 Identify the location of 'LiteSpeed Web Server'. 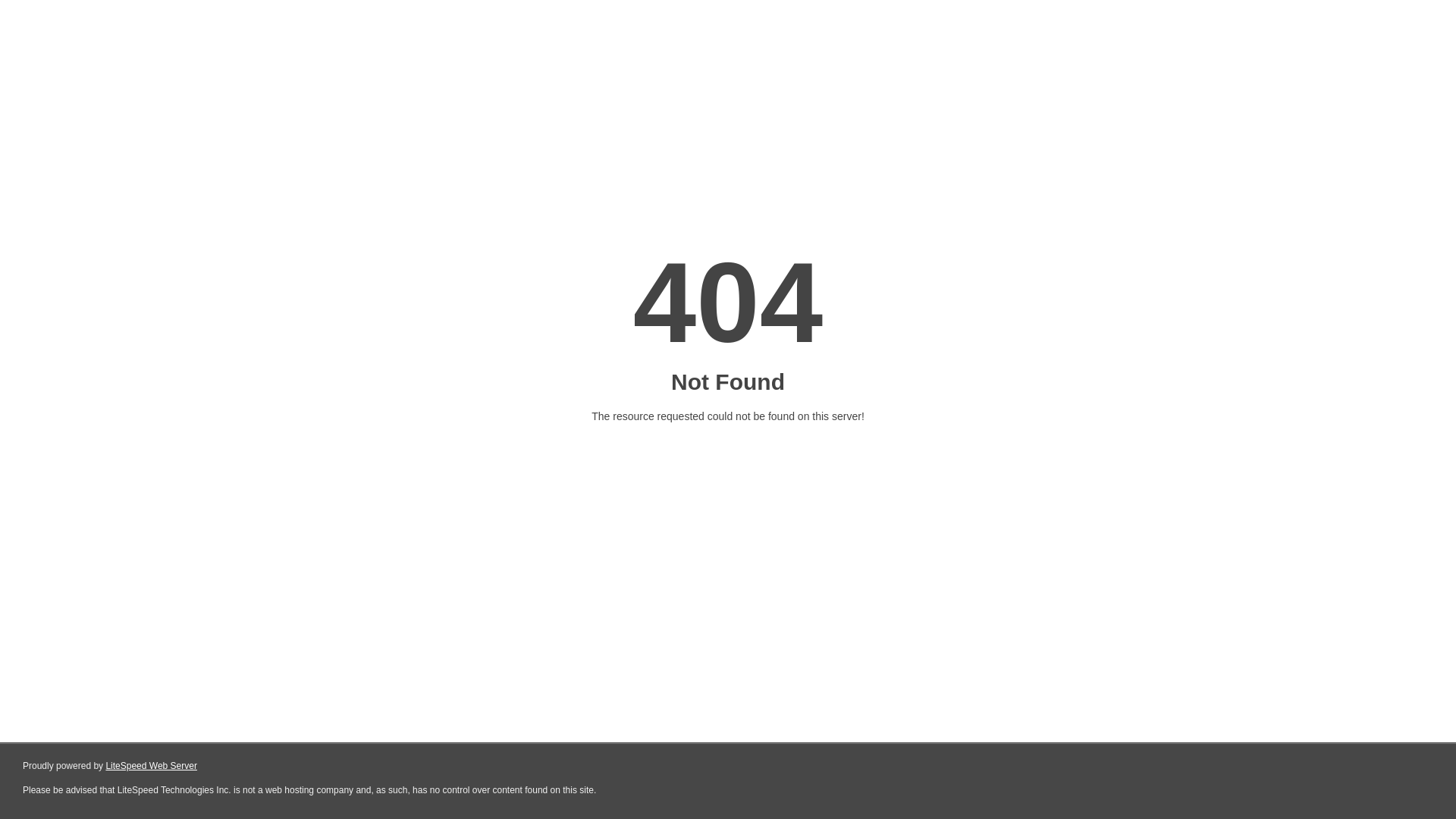
(151, 766).